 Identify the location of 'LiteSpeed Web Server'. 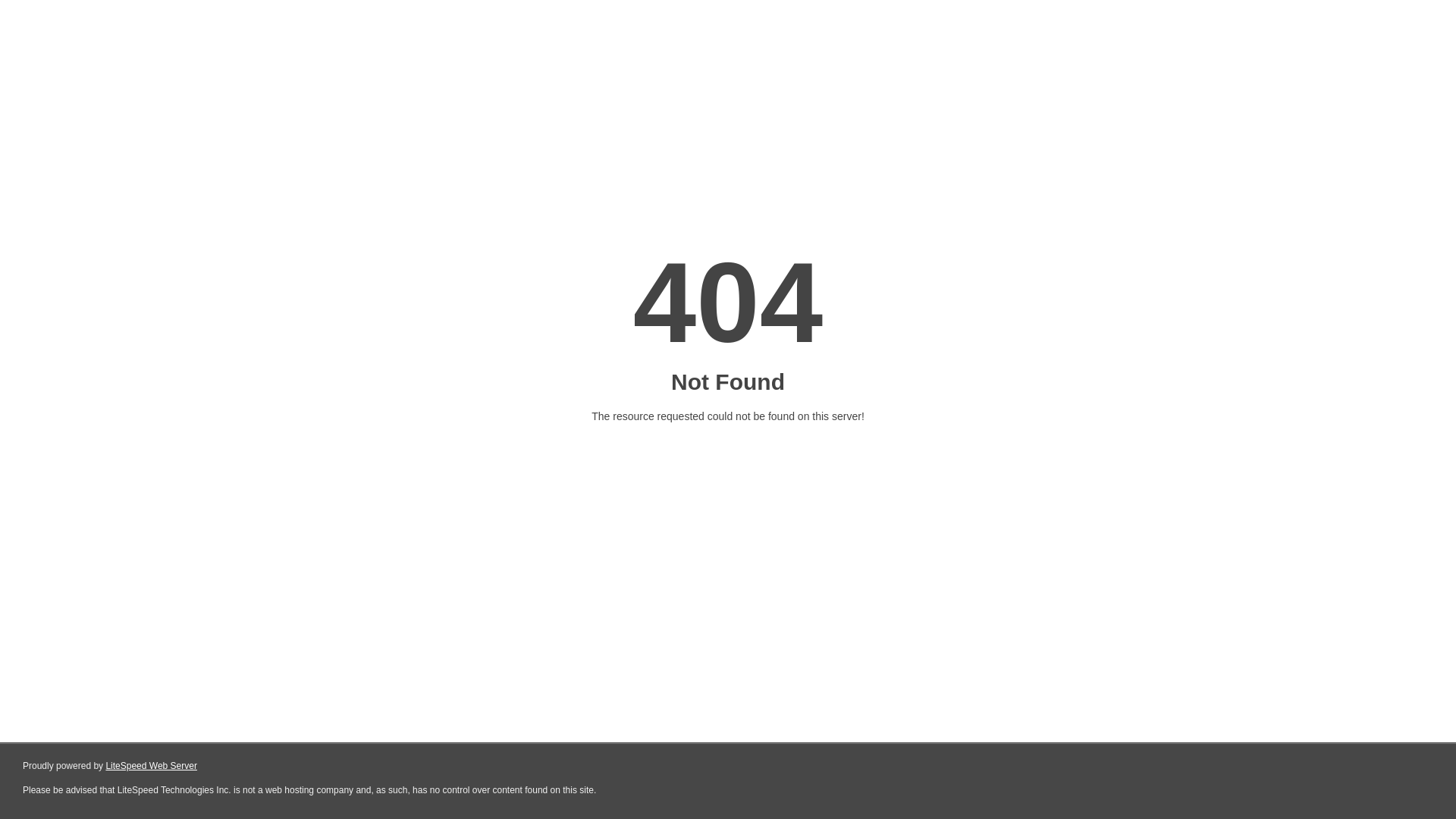
(151, 766).